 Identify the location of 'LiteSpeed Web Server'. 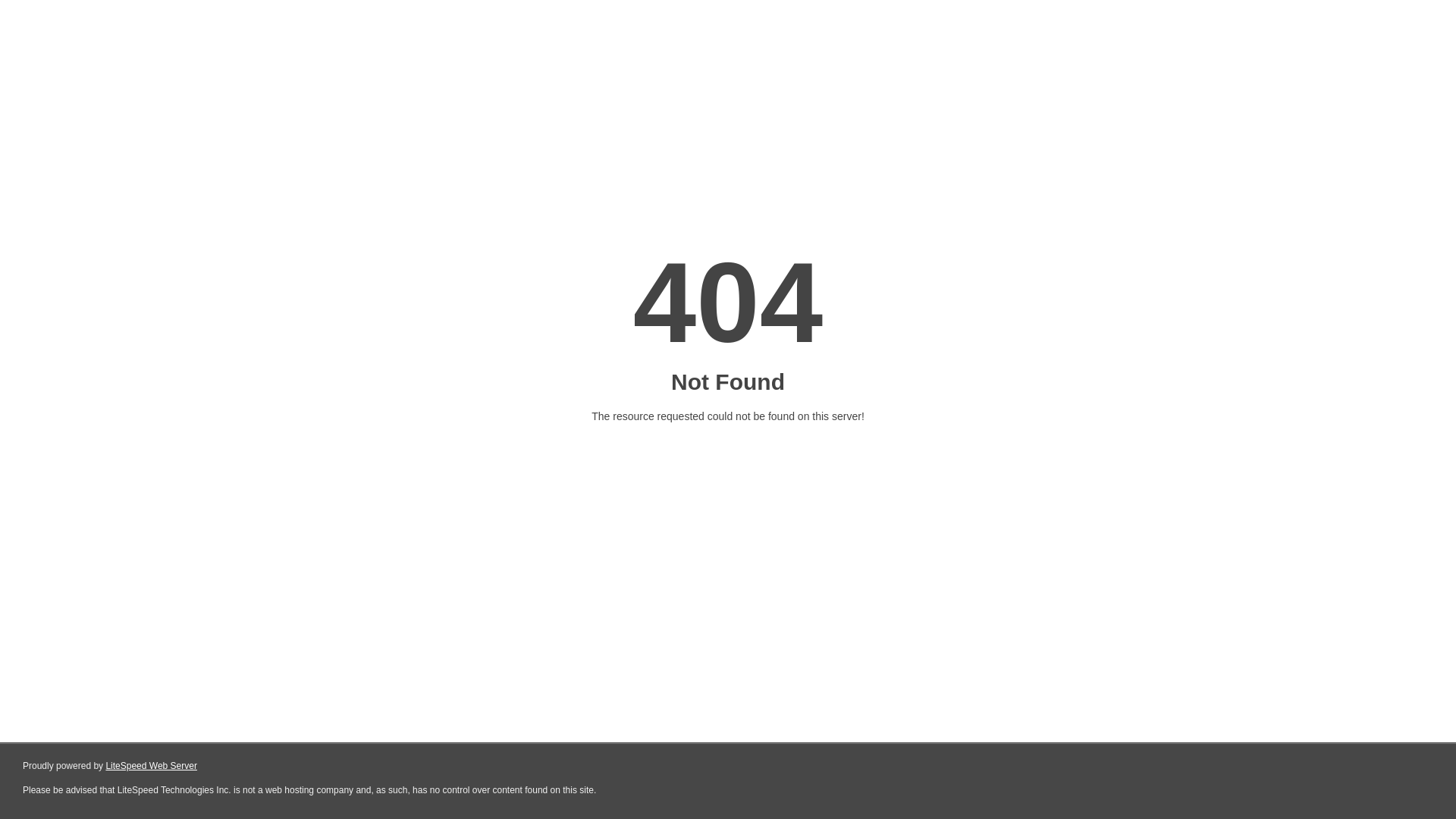
(151, 766).